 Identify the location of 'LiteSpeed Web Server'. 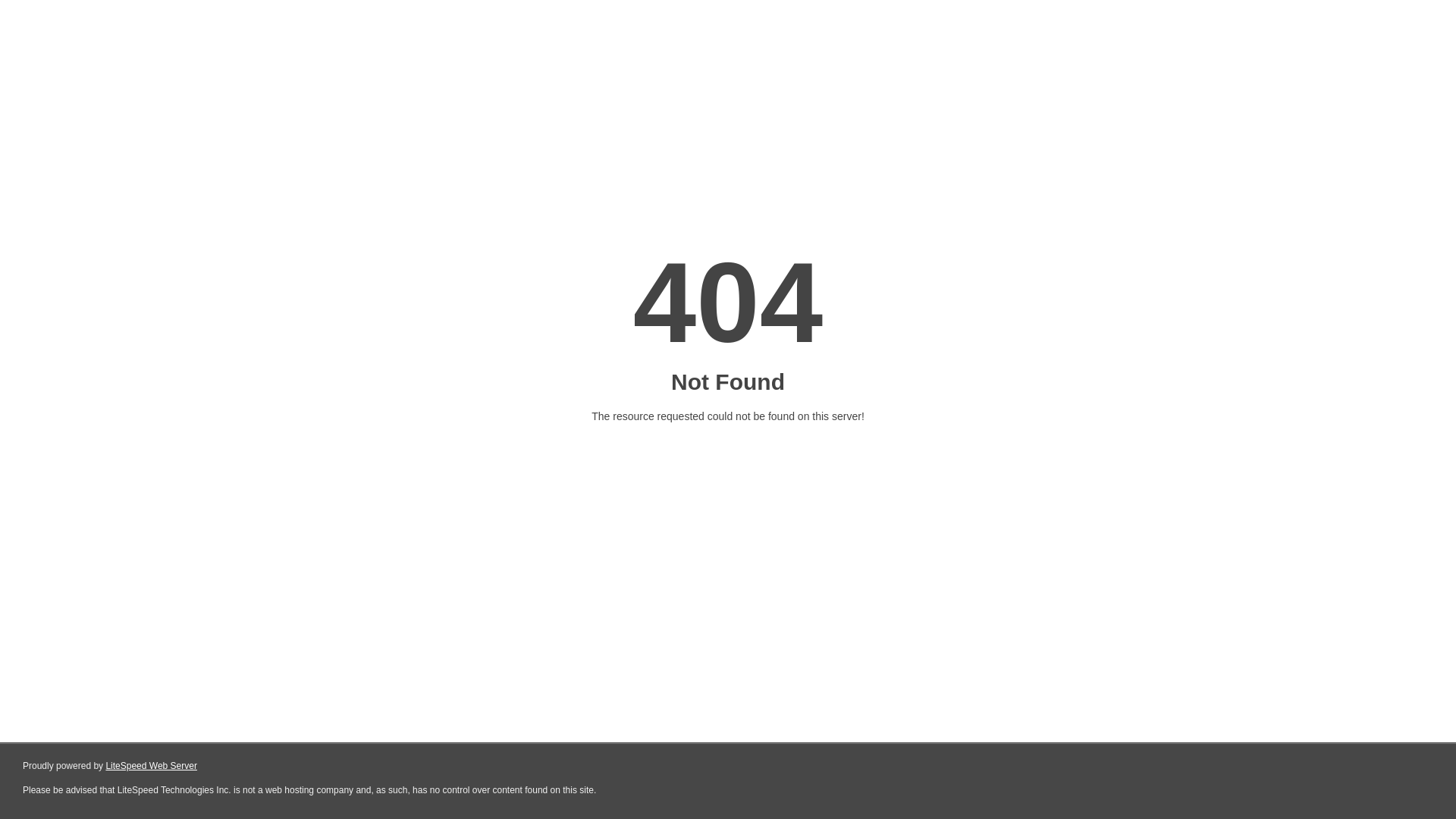
(151, 766).